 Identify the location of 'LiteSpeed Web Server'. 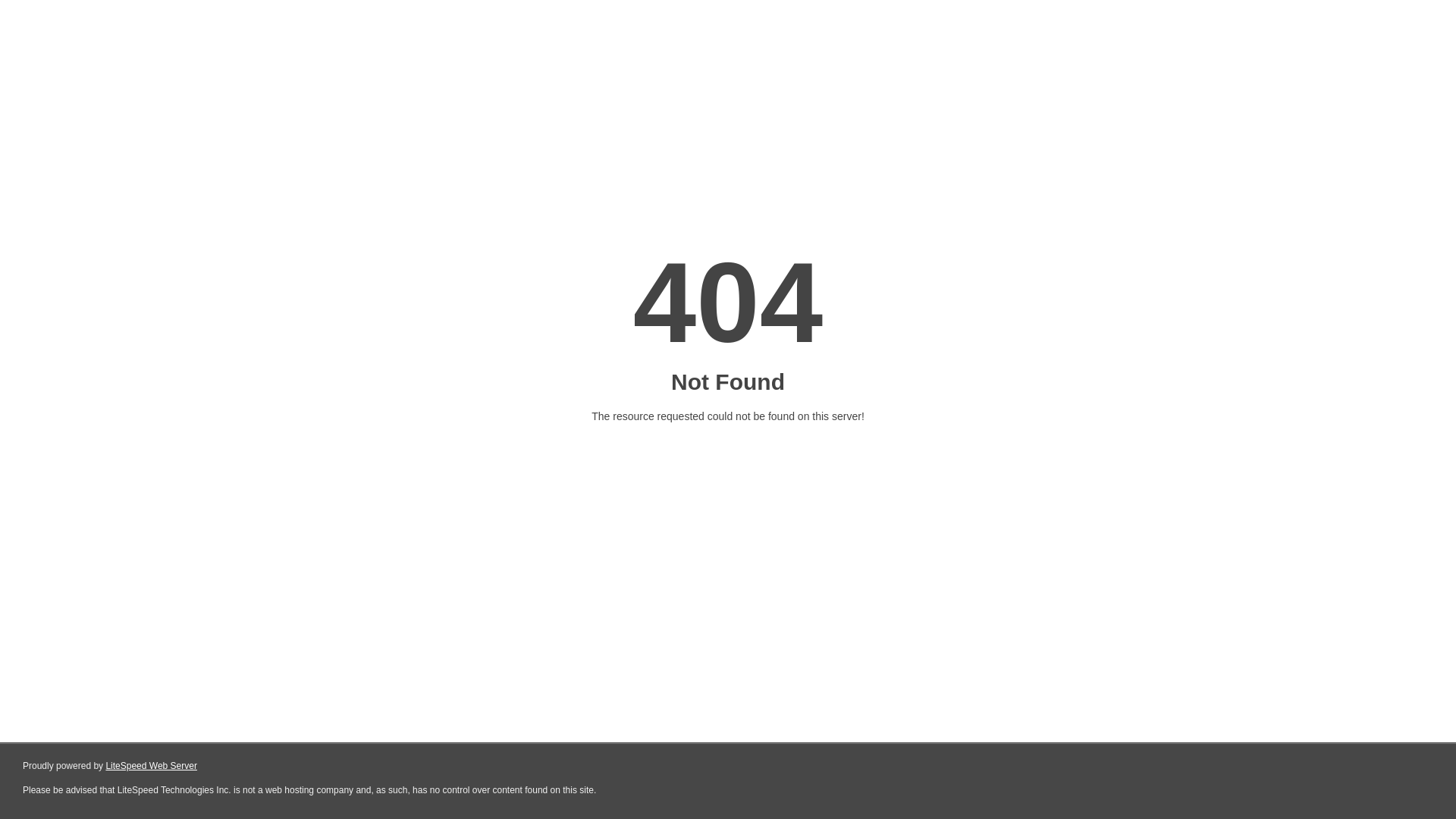
(151, 766).